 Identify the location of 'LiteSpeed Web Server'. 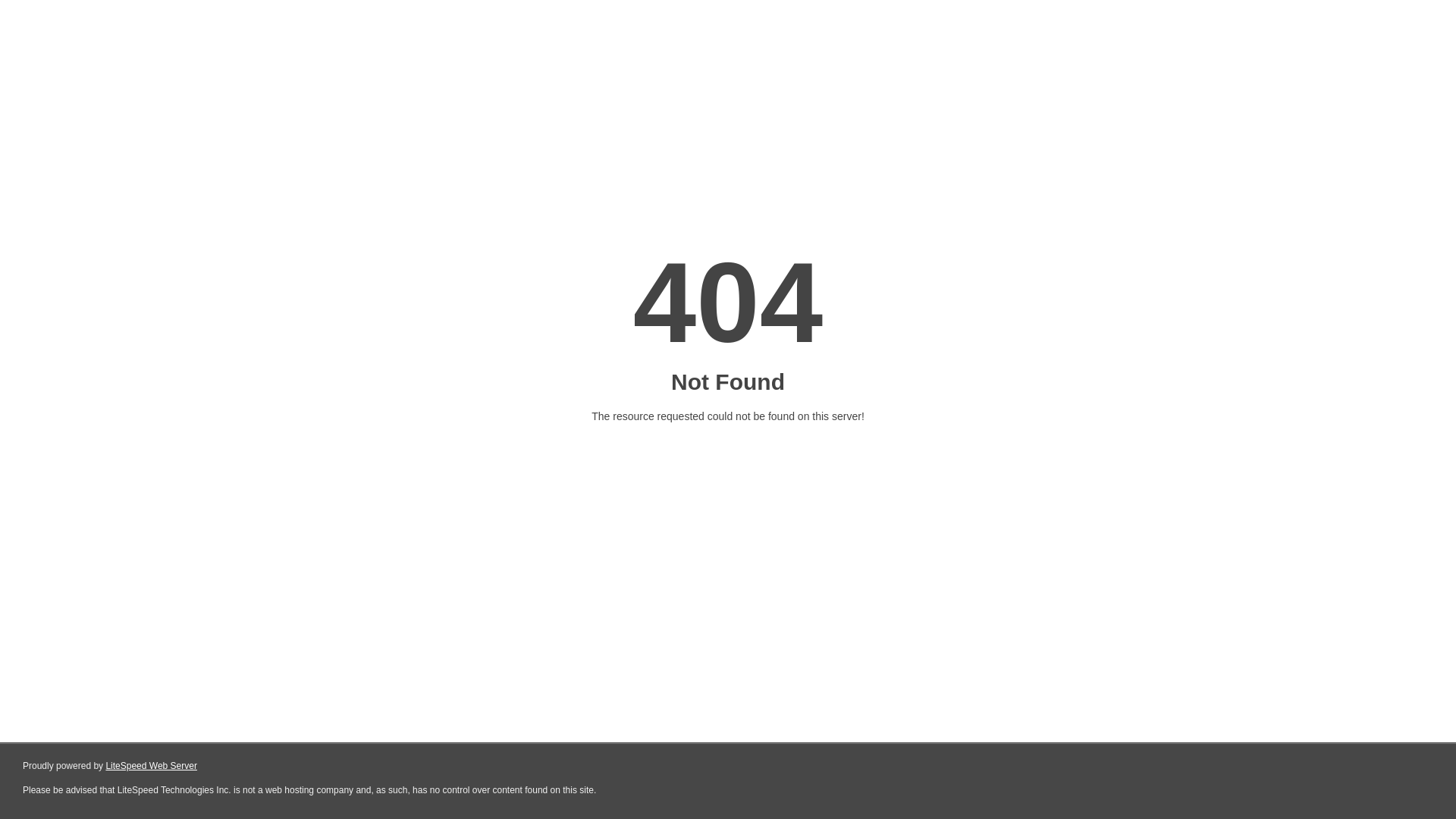
(151, 766).